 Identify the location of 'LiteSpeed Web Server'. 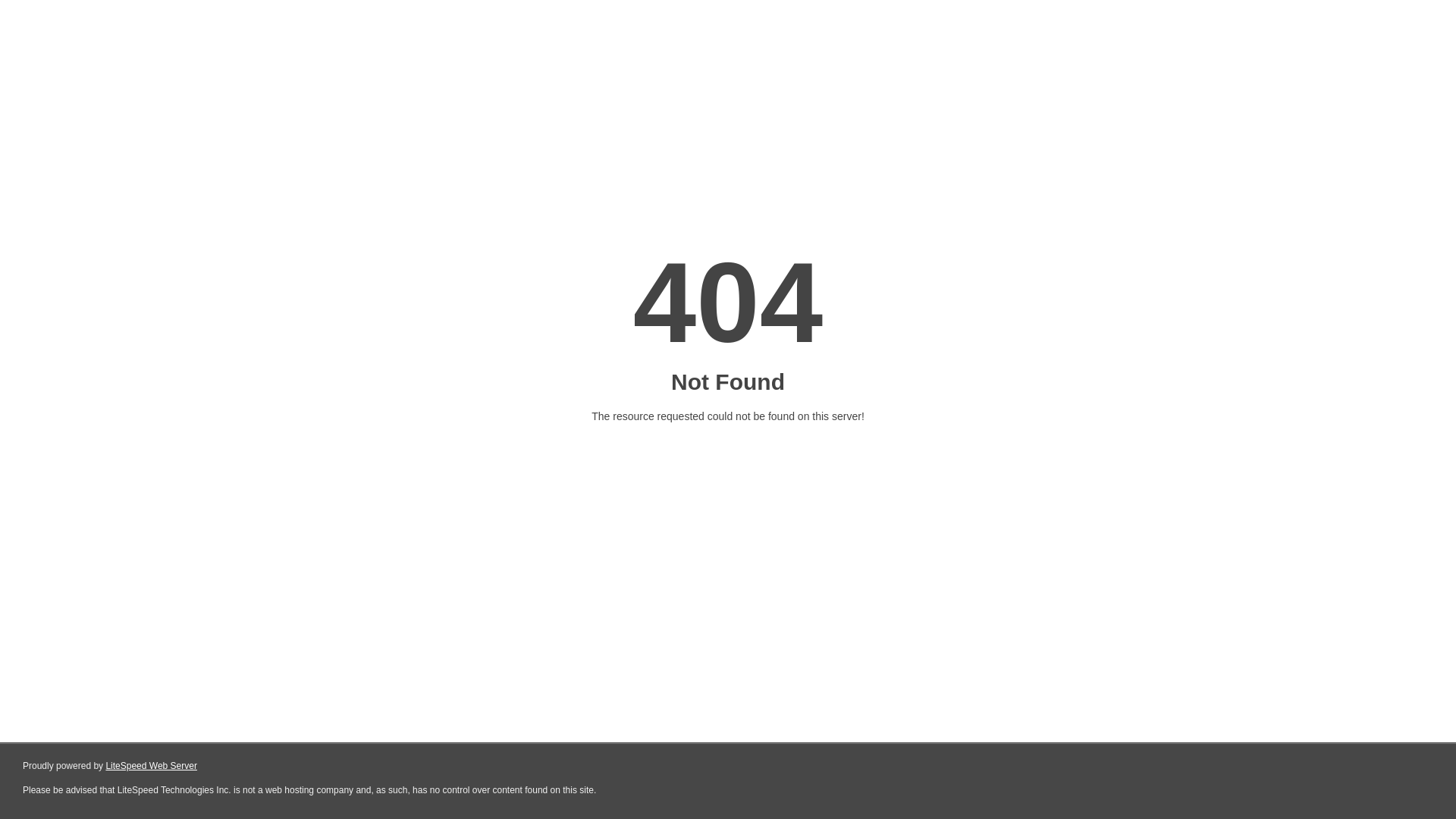
(151, 766).